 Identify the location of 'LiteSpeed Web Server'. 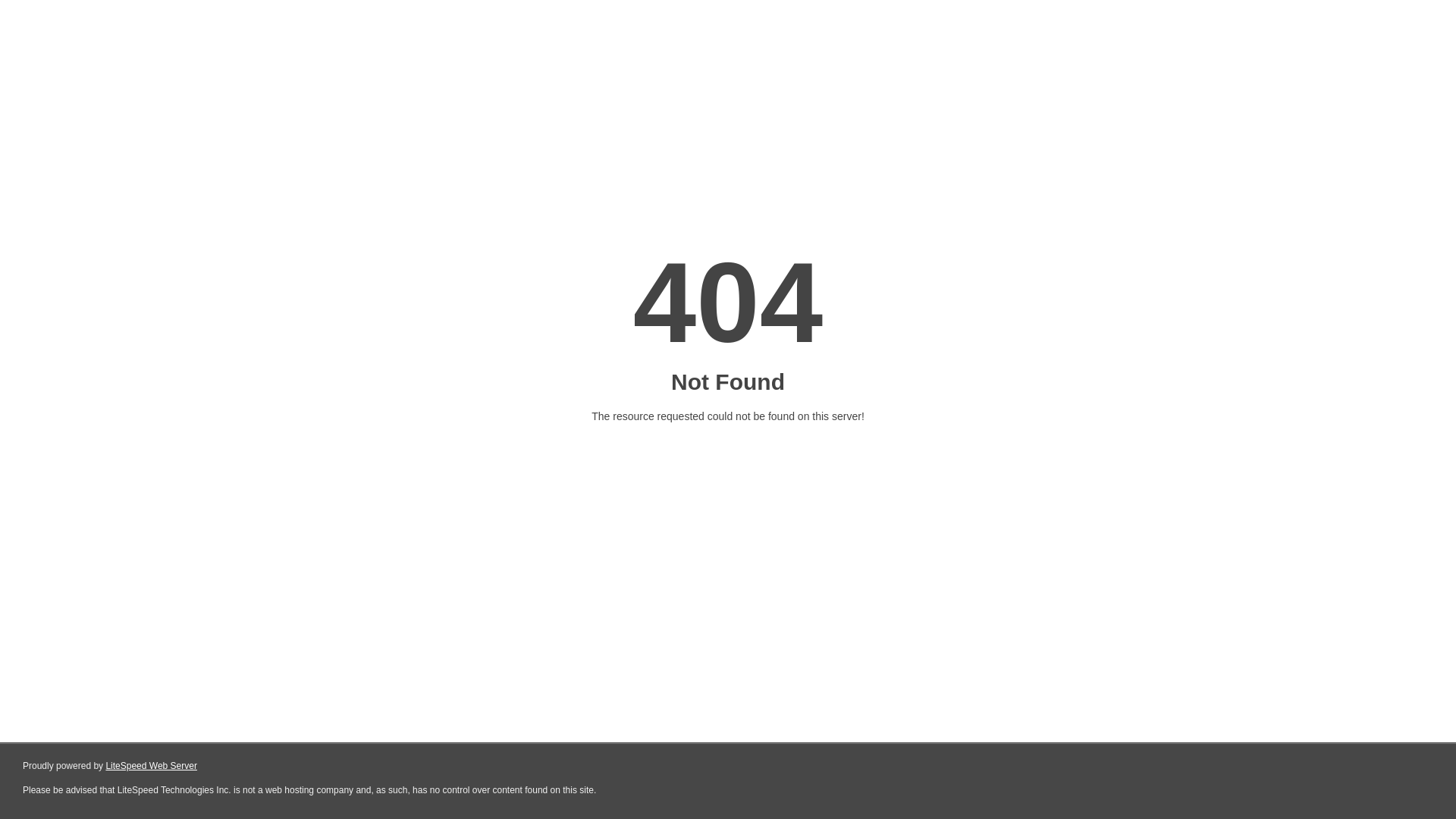
(151, 766).